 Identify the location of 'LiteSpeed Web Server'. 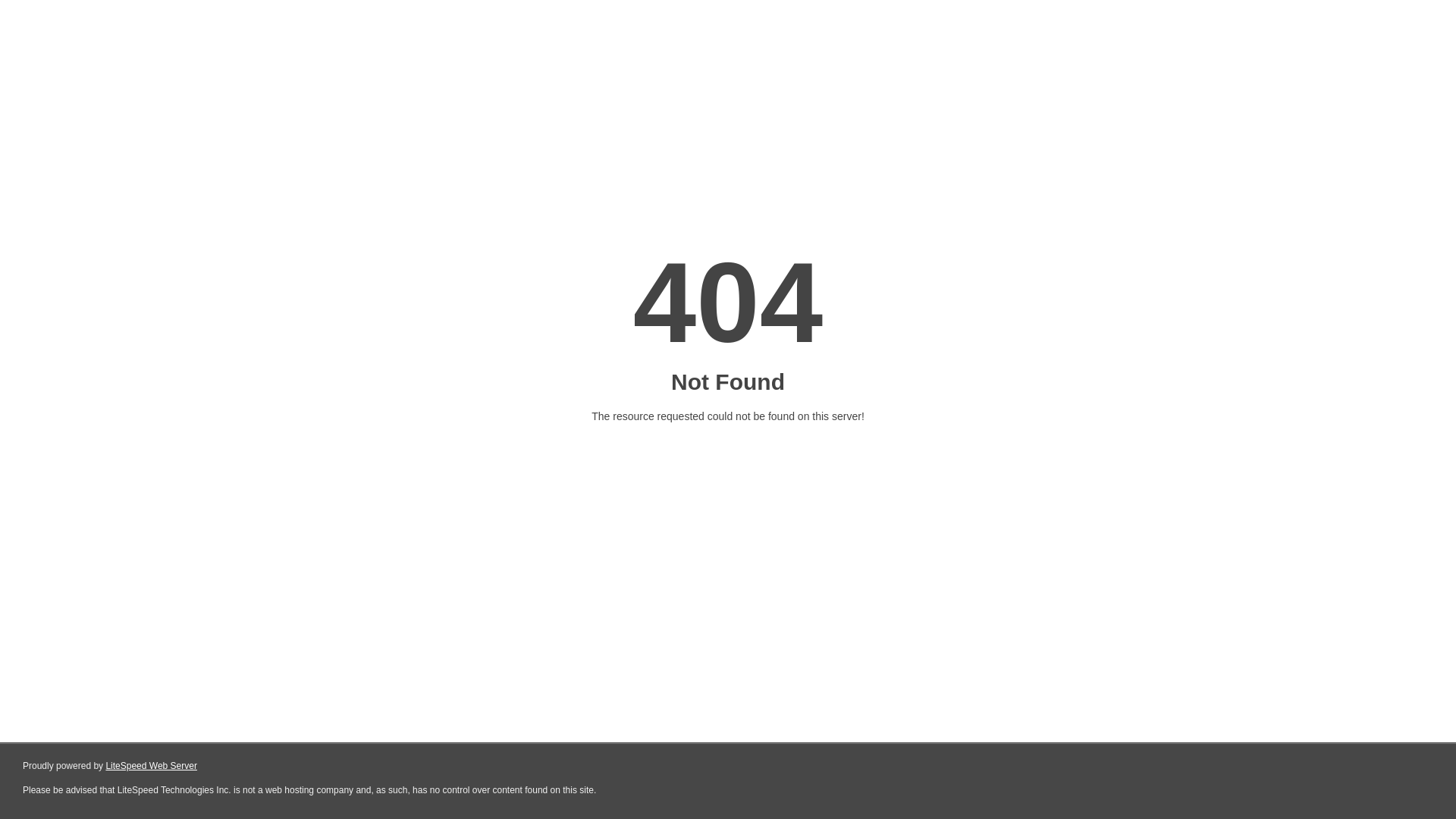
(151, 766).